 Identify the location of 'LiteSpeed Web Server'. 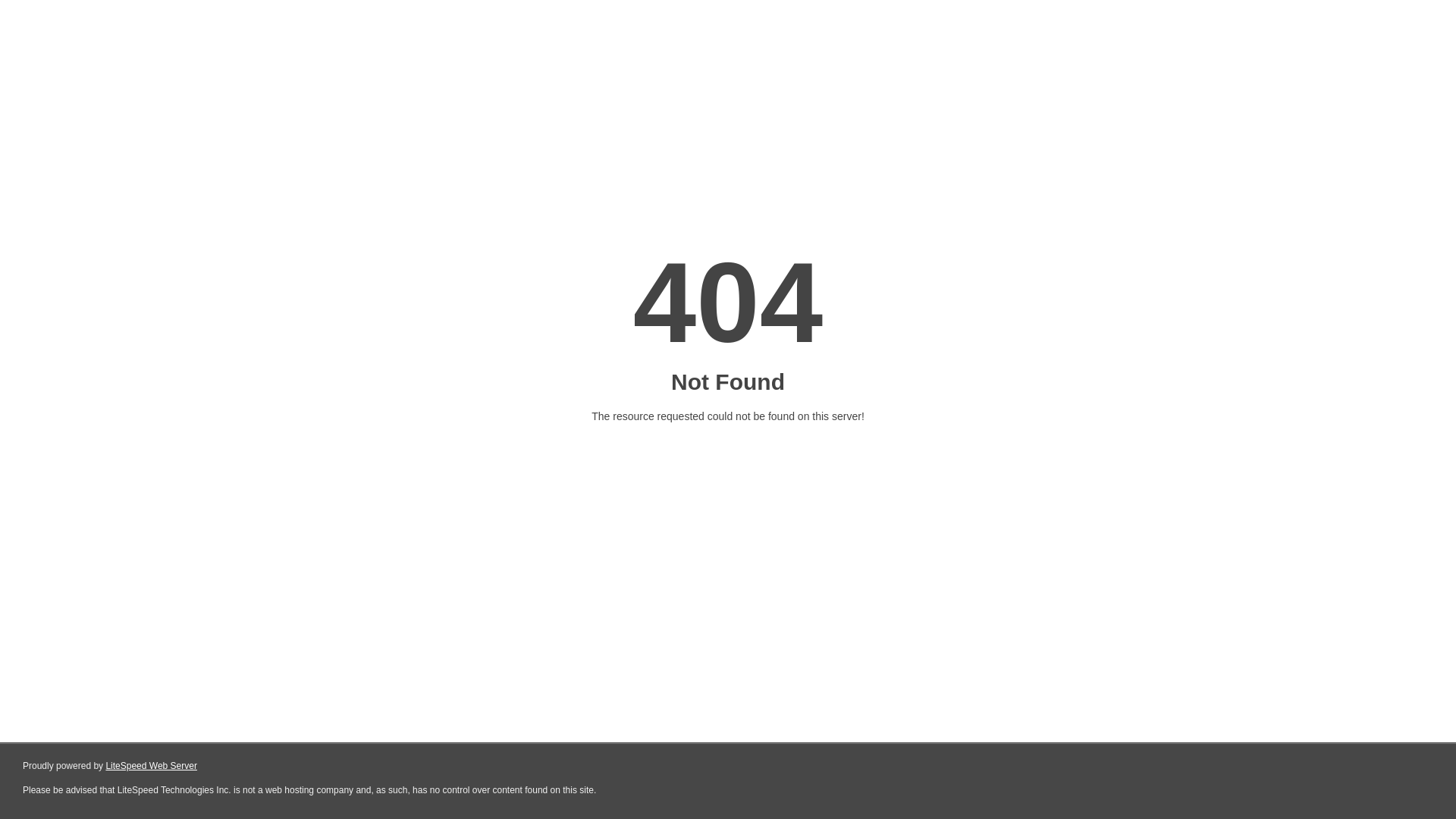
(151, 766).